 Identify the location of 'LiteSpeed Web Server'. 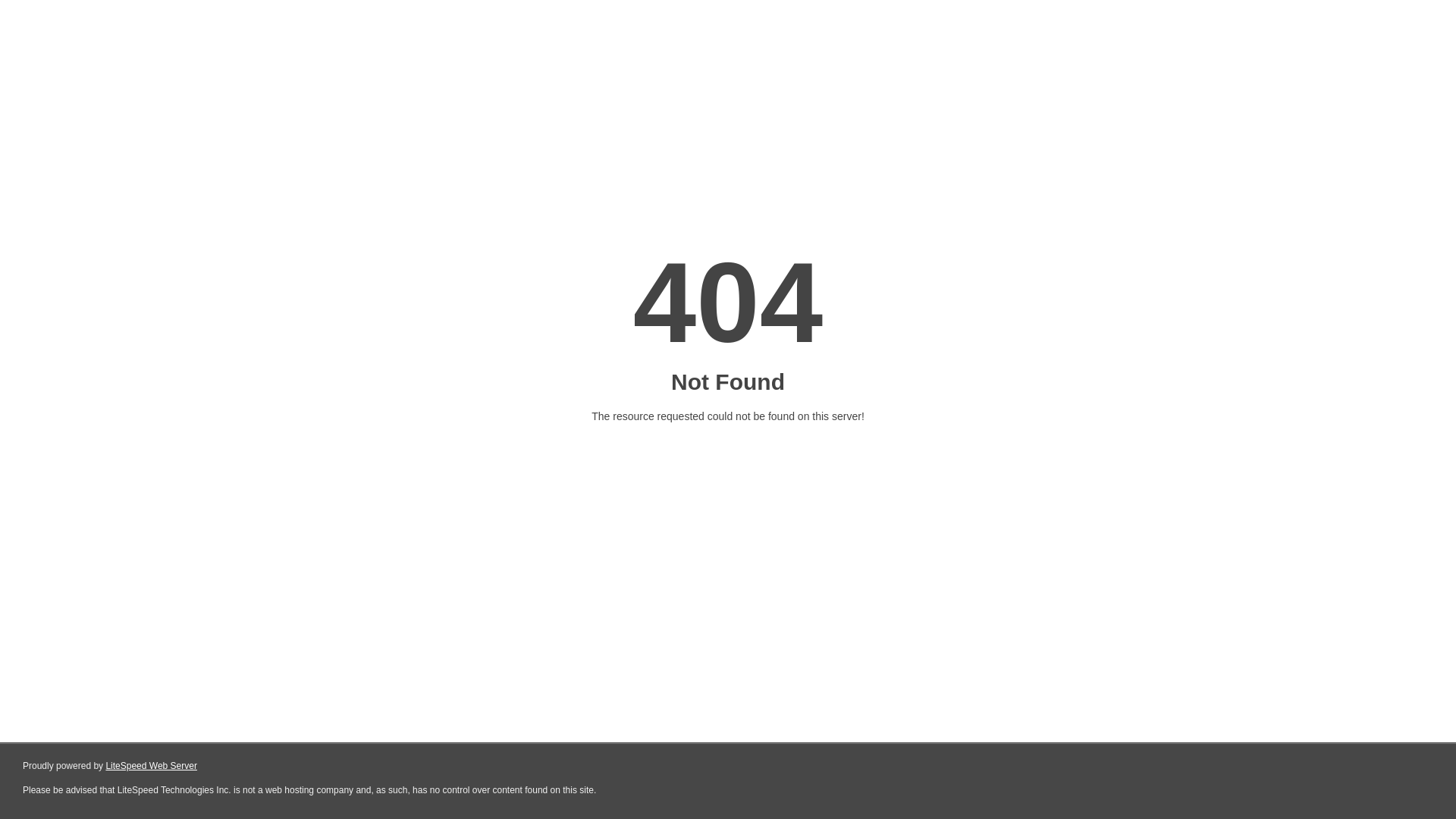
(151, 766).